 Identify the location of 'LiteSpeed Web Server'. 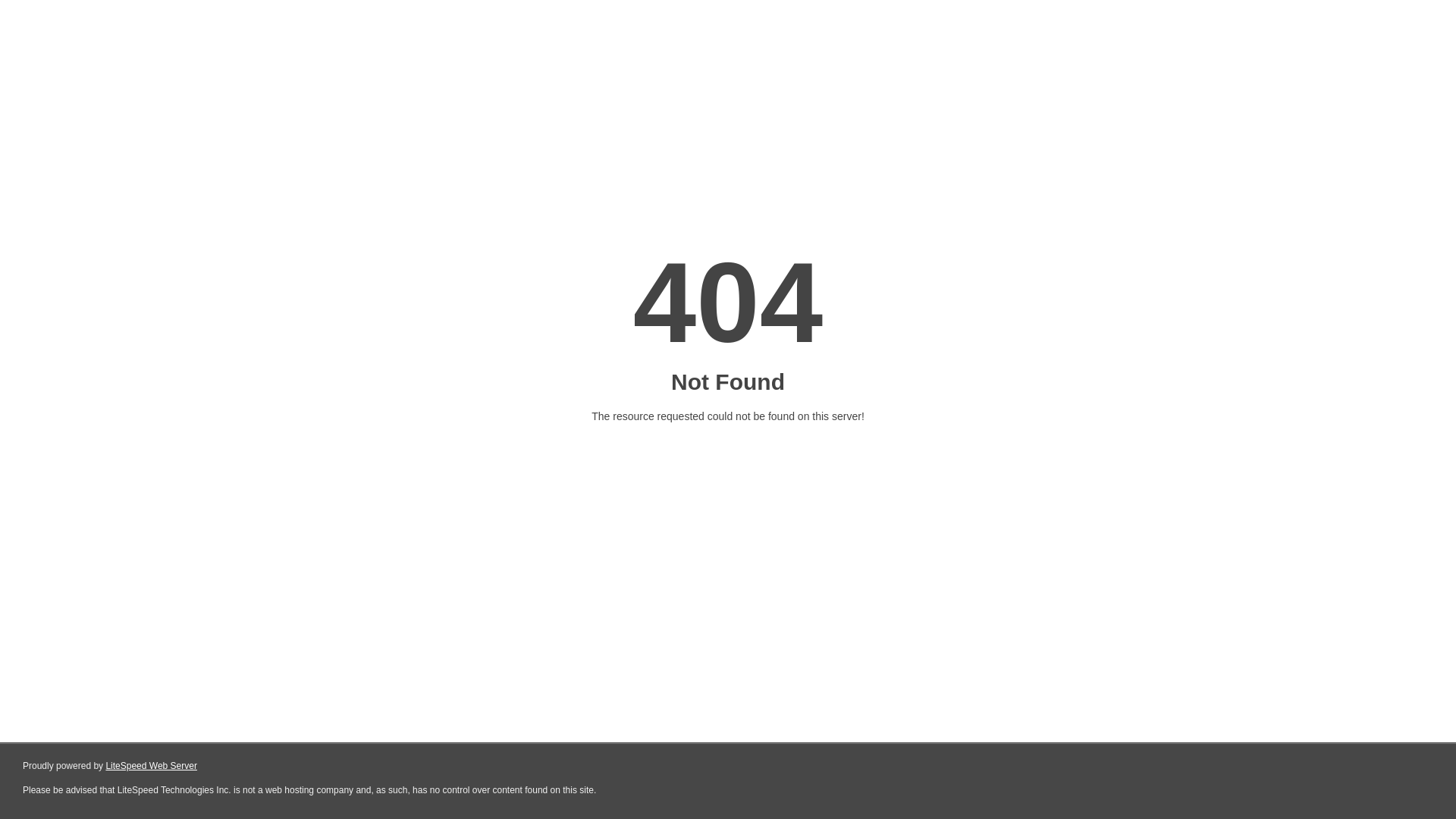
(151, 766).